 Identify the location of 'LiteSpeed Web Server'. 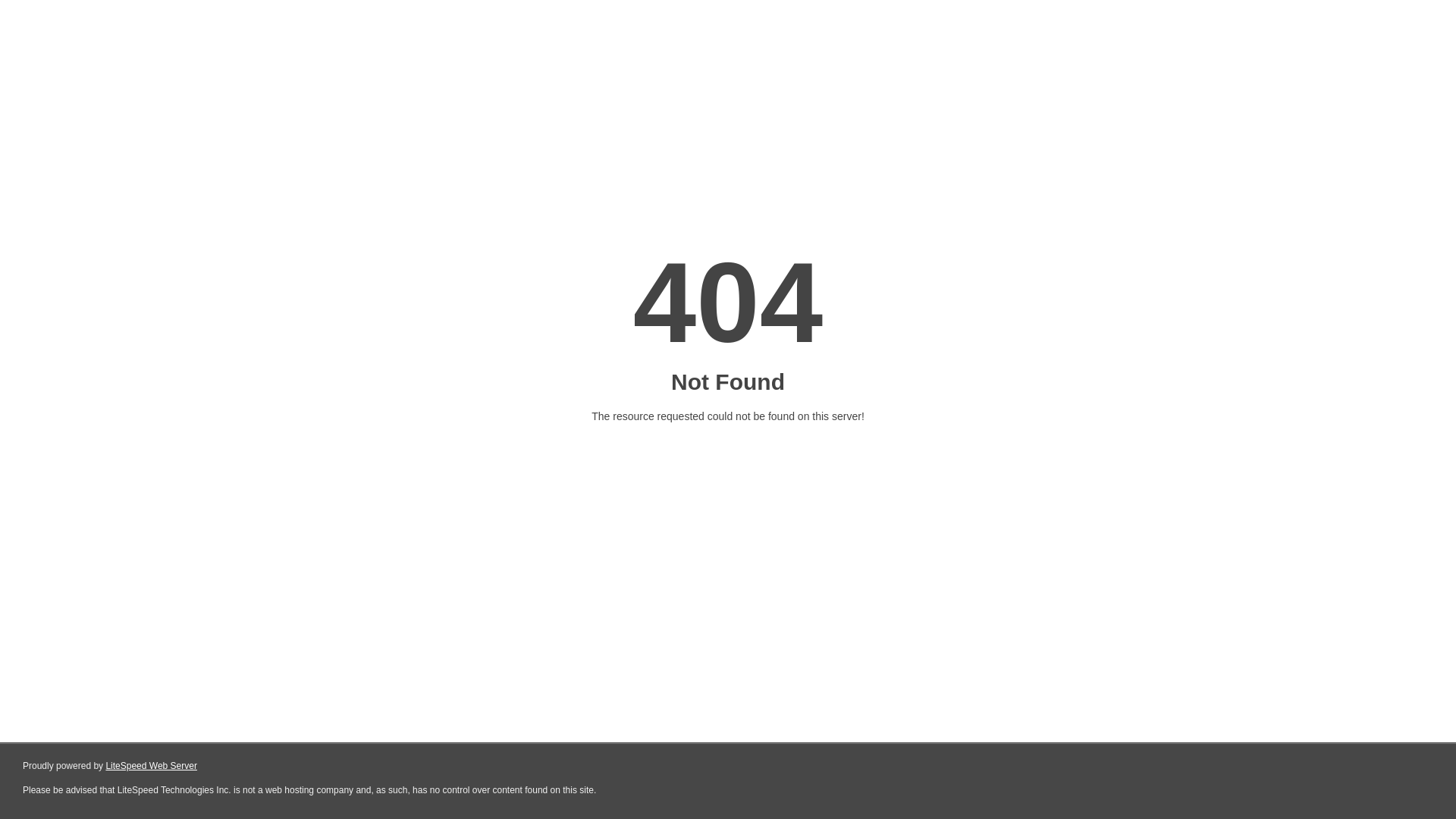
(151, 766).